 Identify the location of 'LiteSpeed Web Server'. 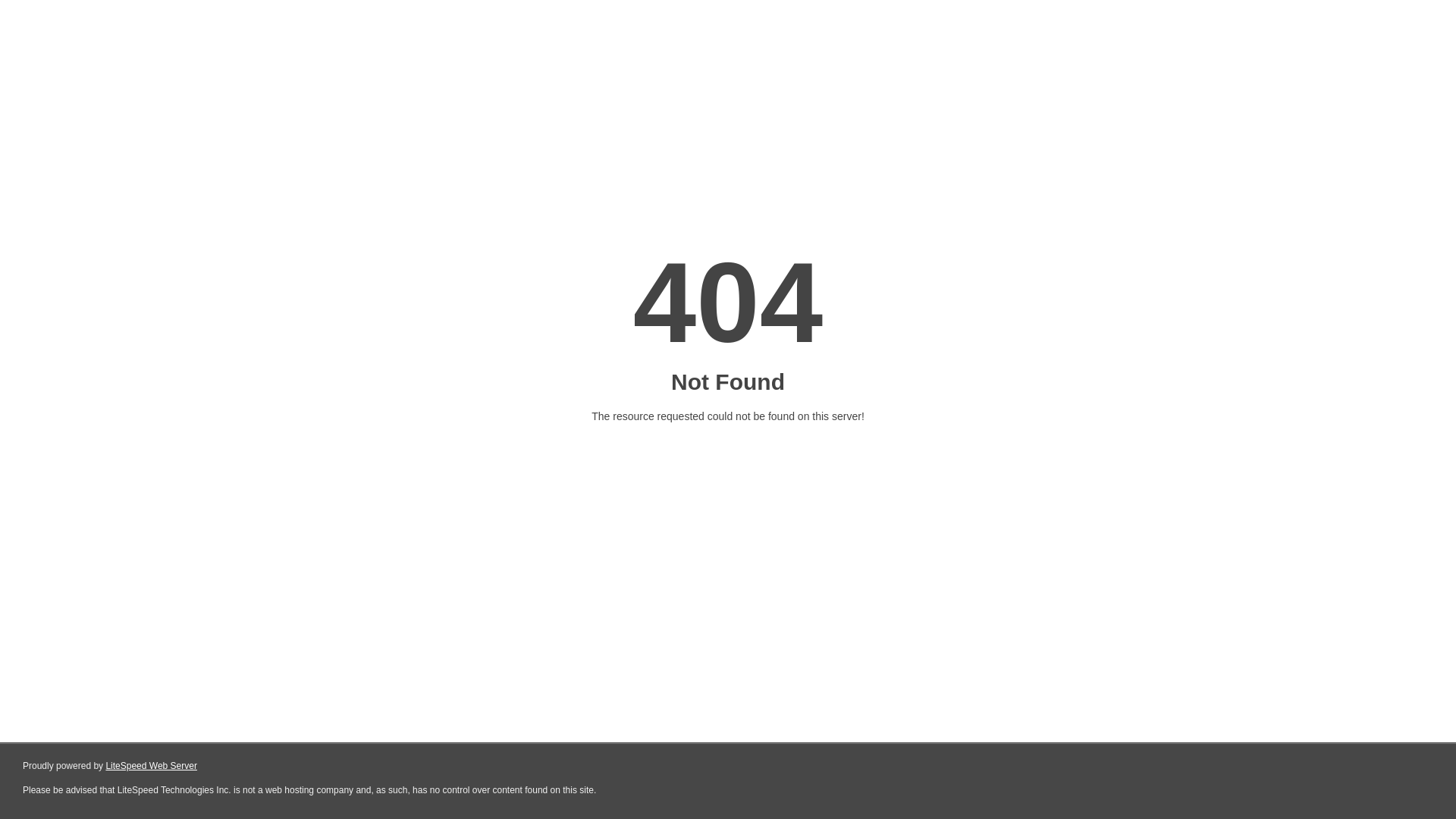
(151, 766).